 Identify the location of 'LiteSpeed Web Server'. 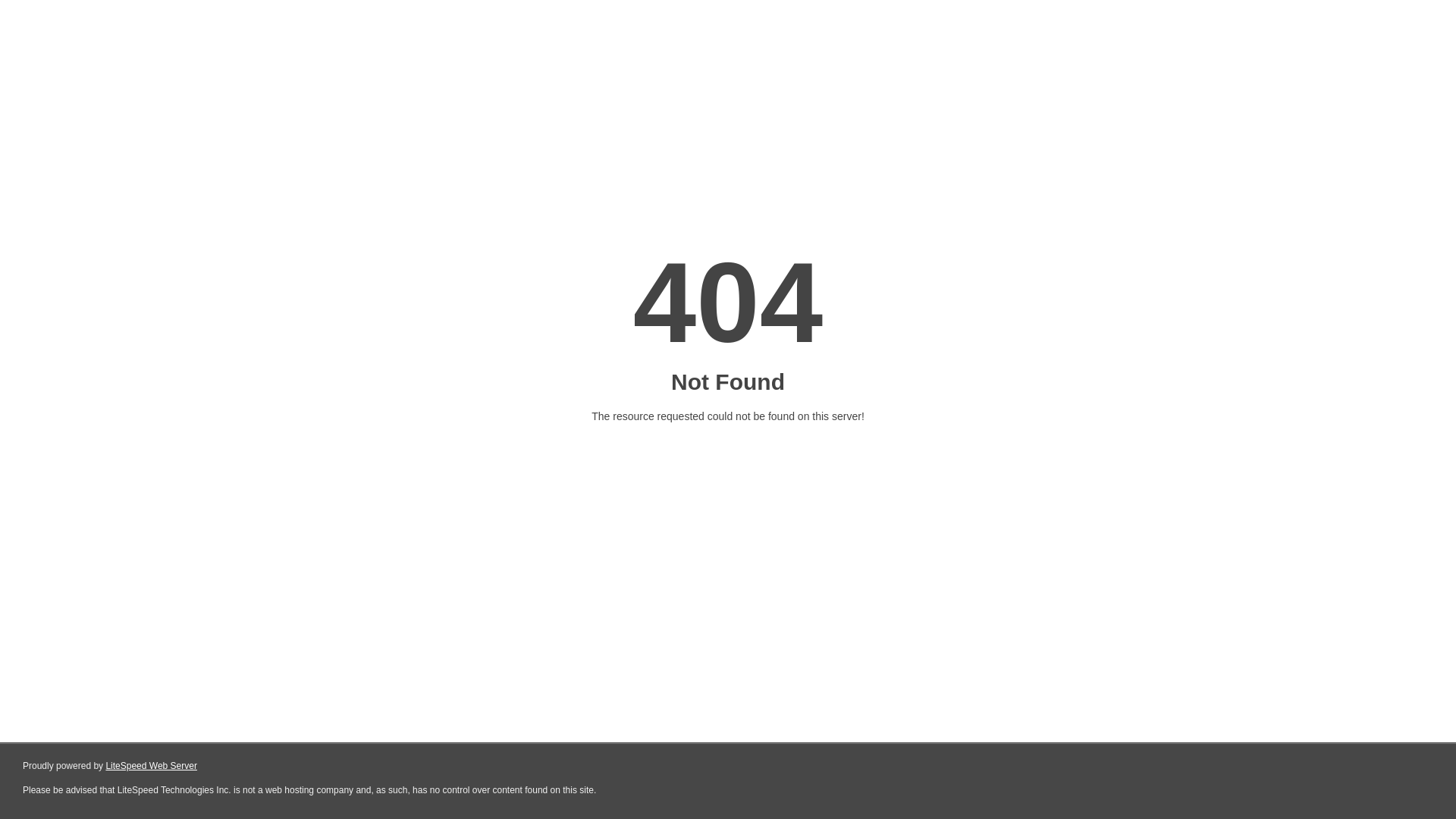
(151, 766).